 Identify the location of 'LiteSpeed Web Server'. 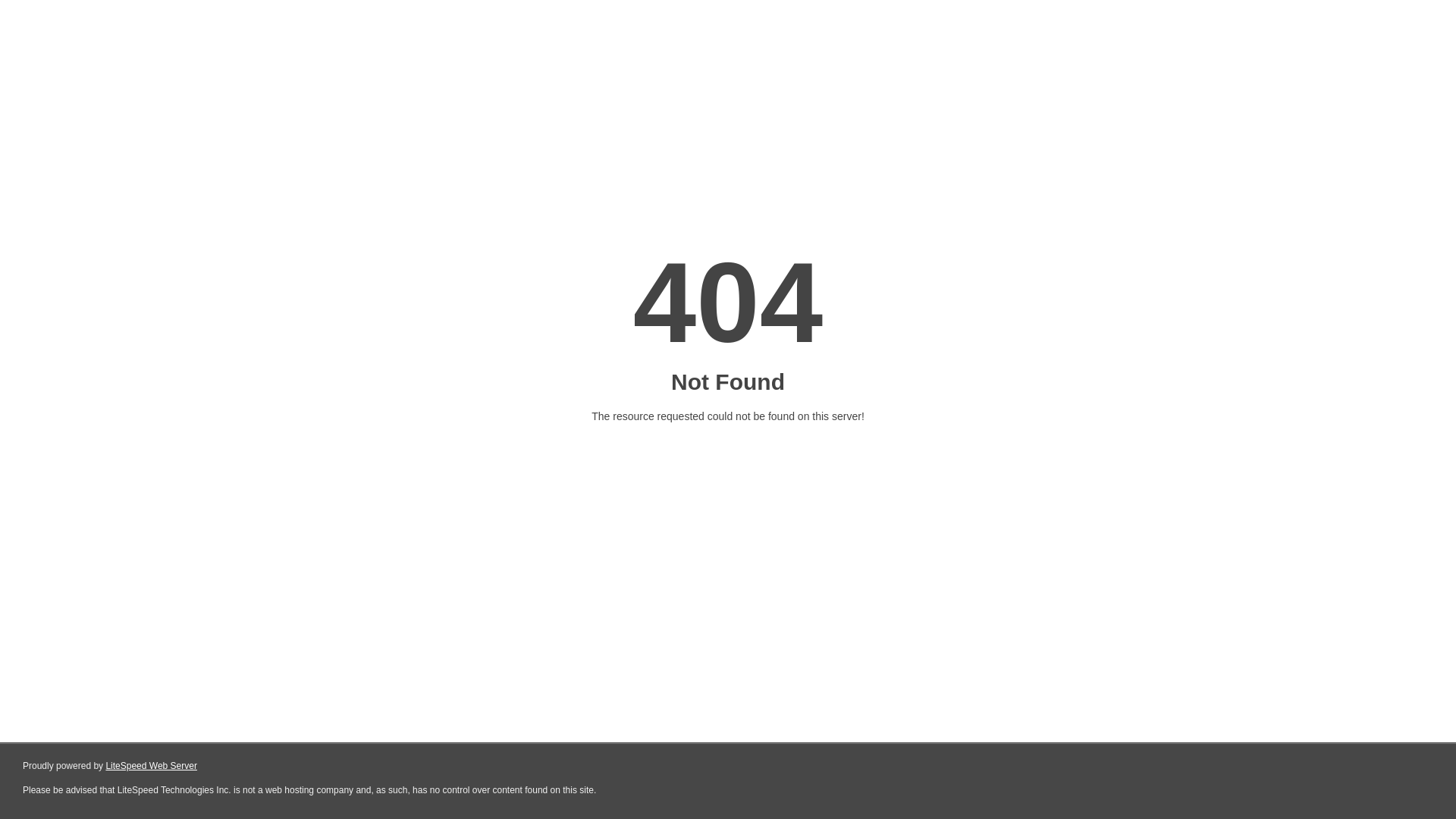
(151, 766).